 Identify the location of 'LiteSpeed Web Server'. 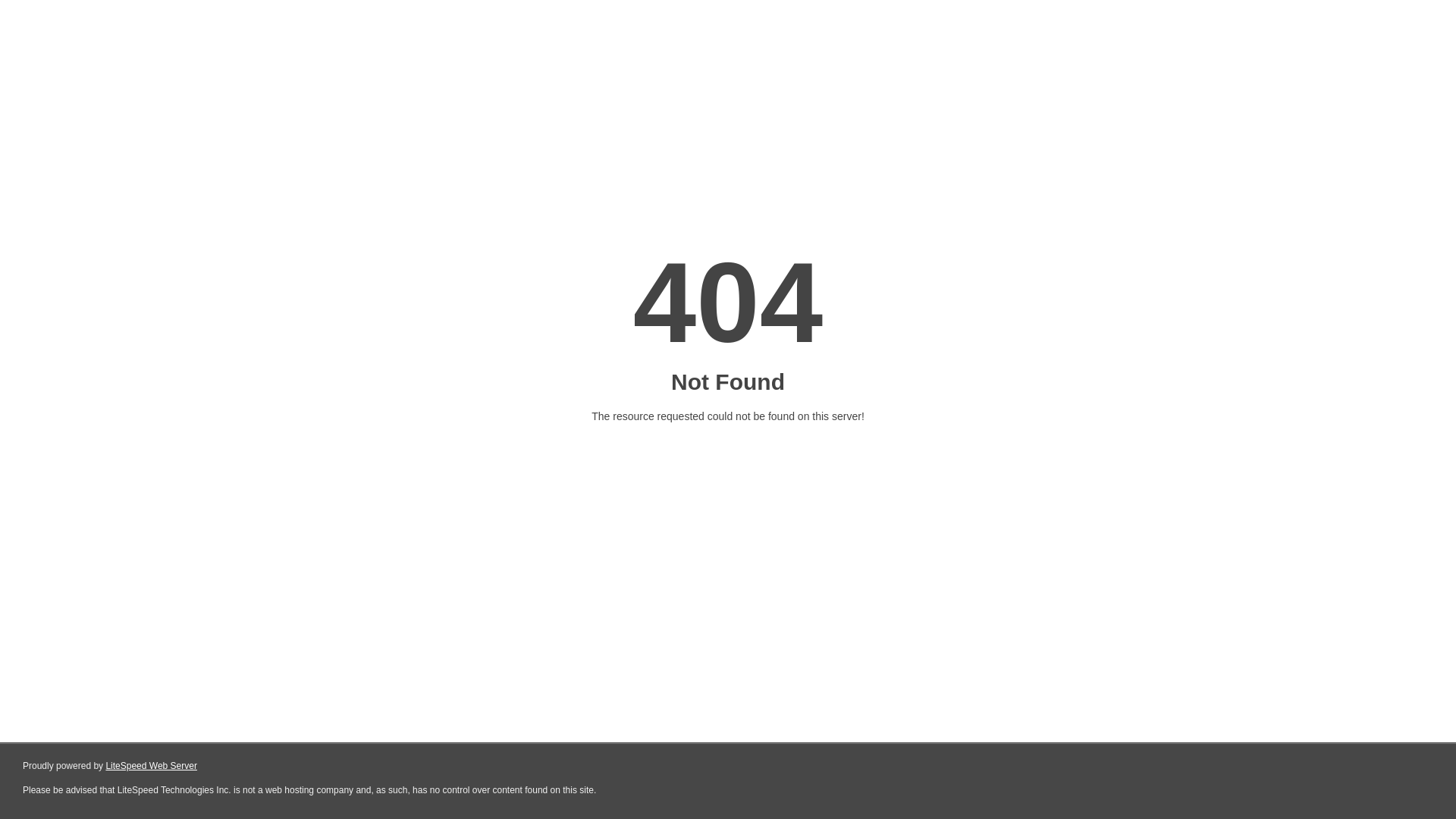
(151, 766).